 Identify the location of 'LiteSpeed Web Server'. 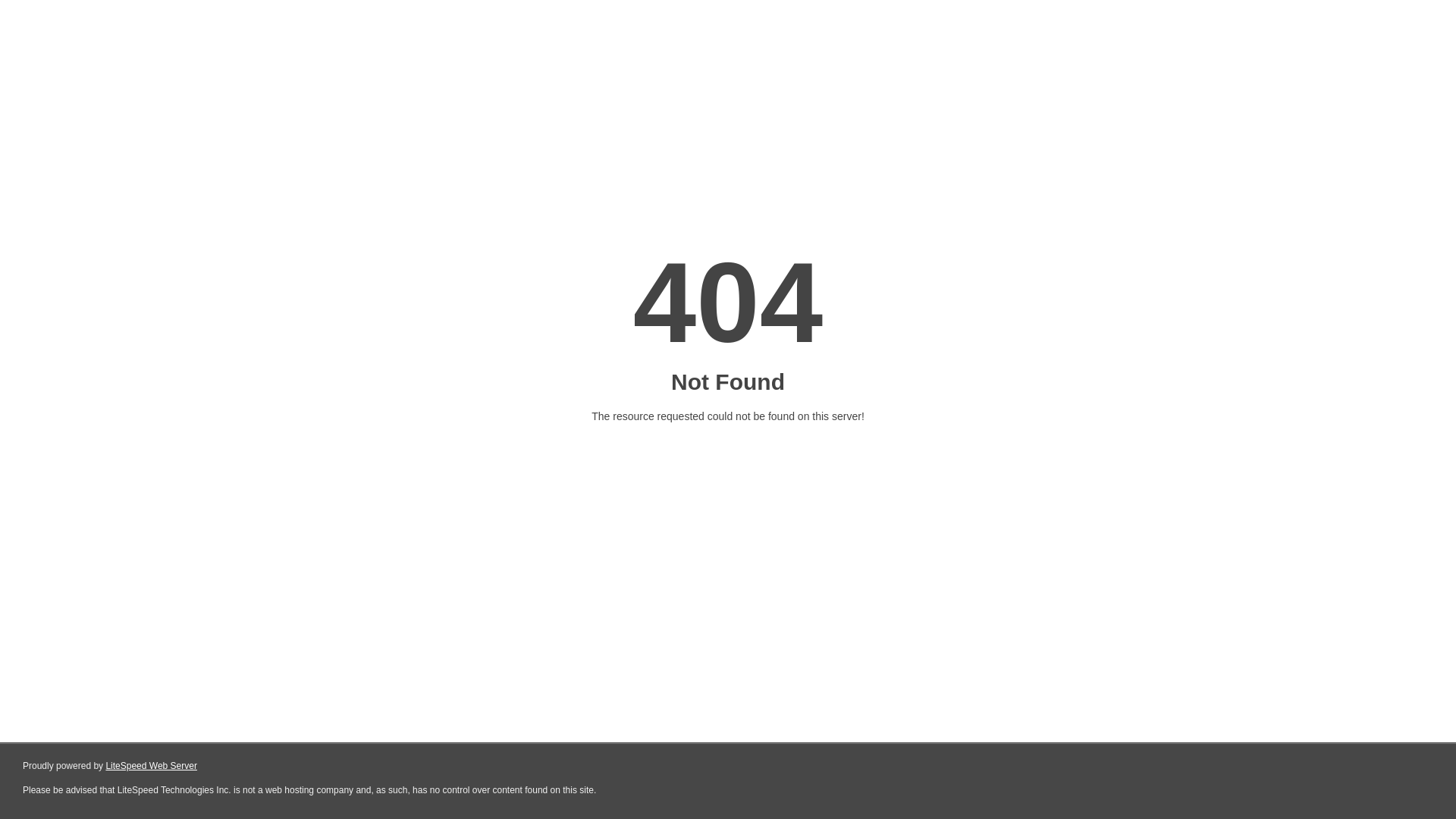
(151, 766).